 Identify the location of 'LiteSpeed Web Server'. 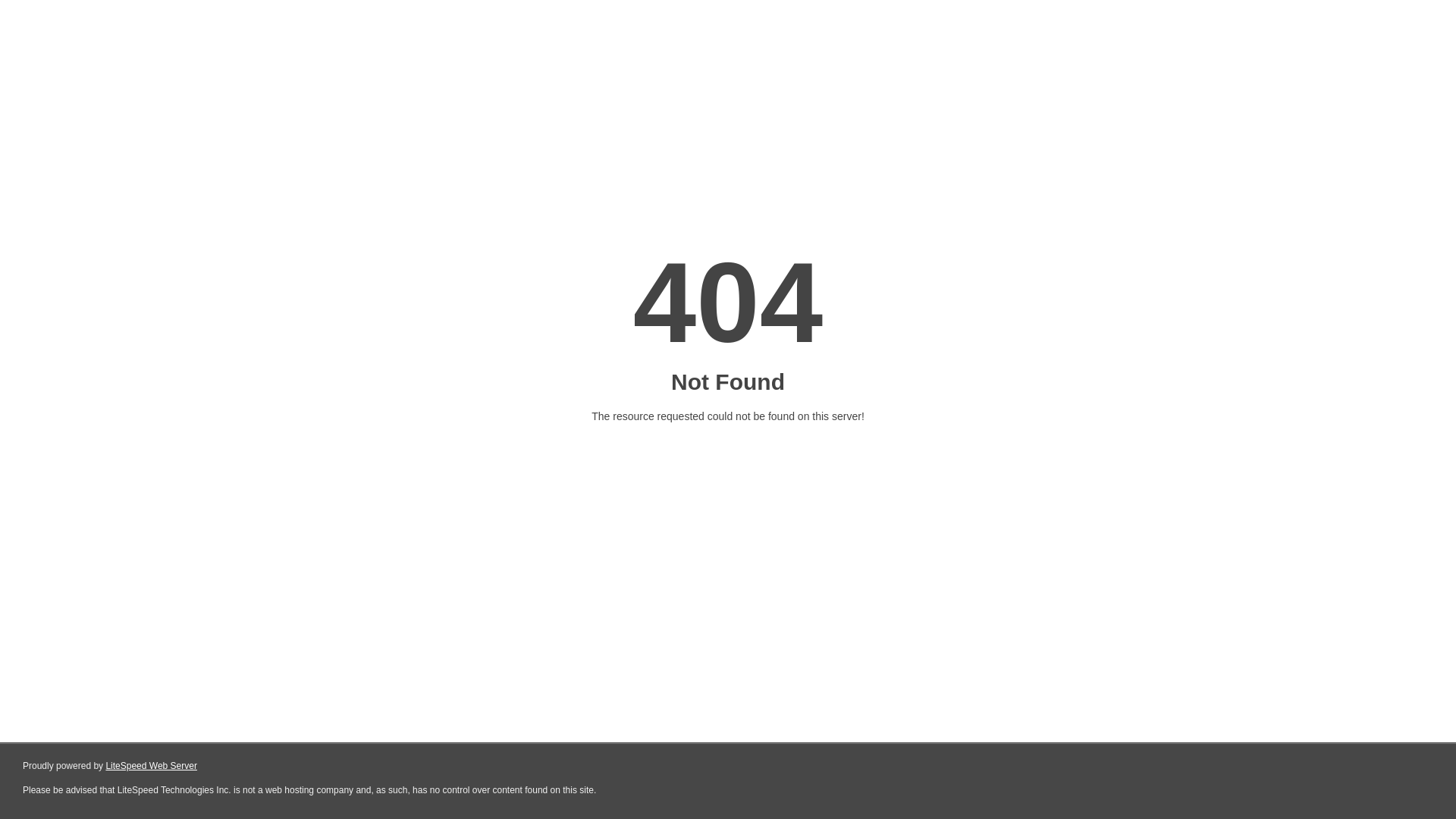
(151, 766).